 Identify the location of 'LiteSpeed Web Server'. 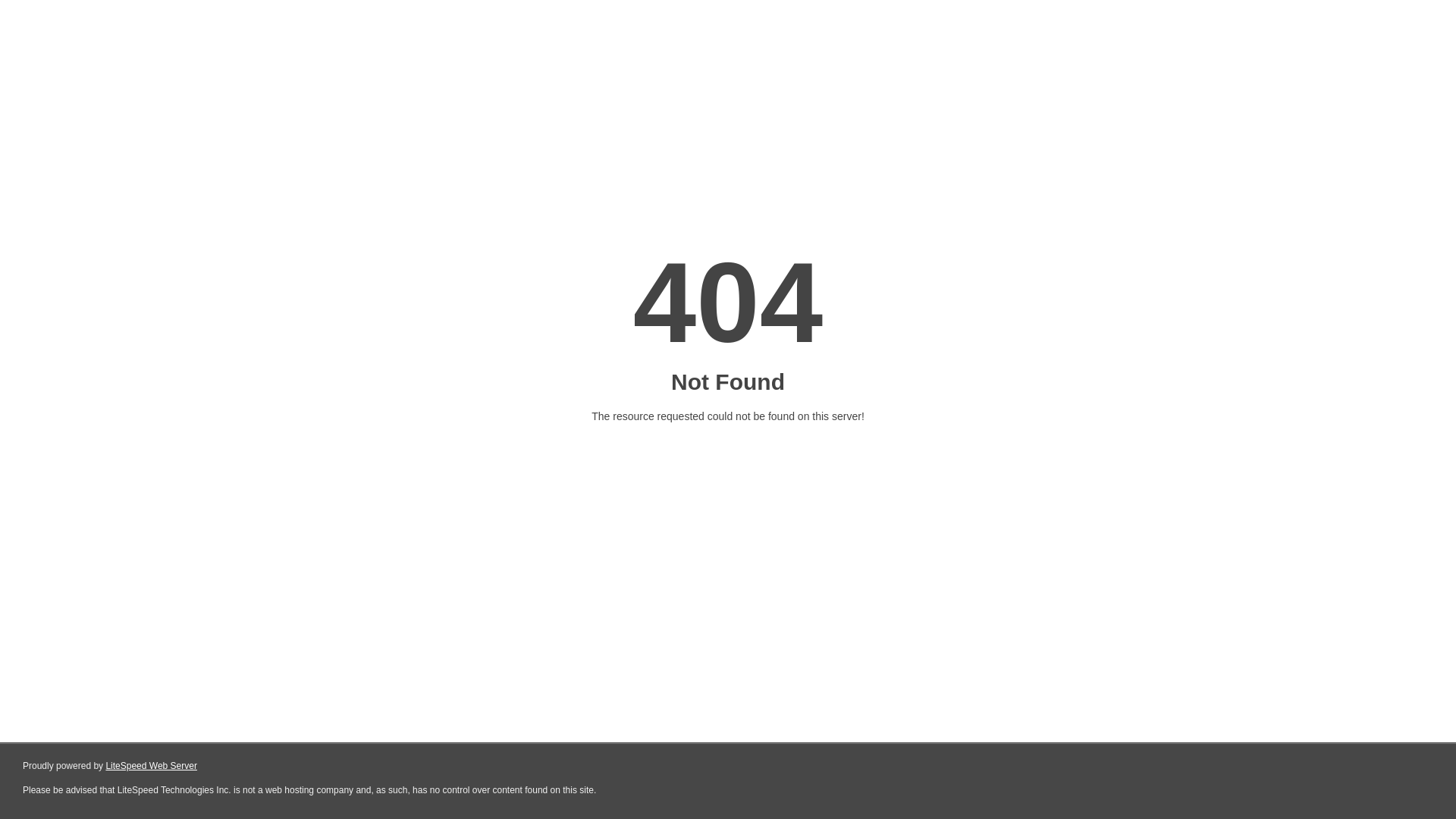
(151, 766).